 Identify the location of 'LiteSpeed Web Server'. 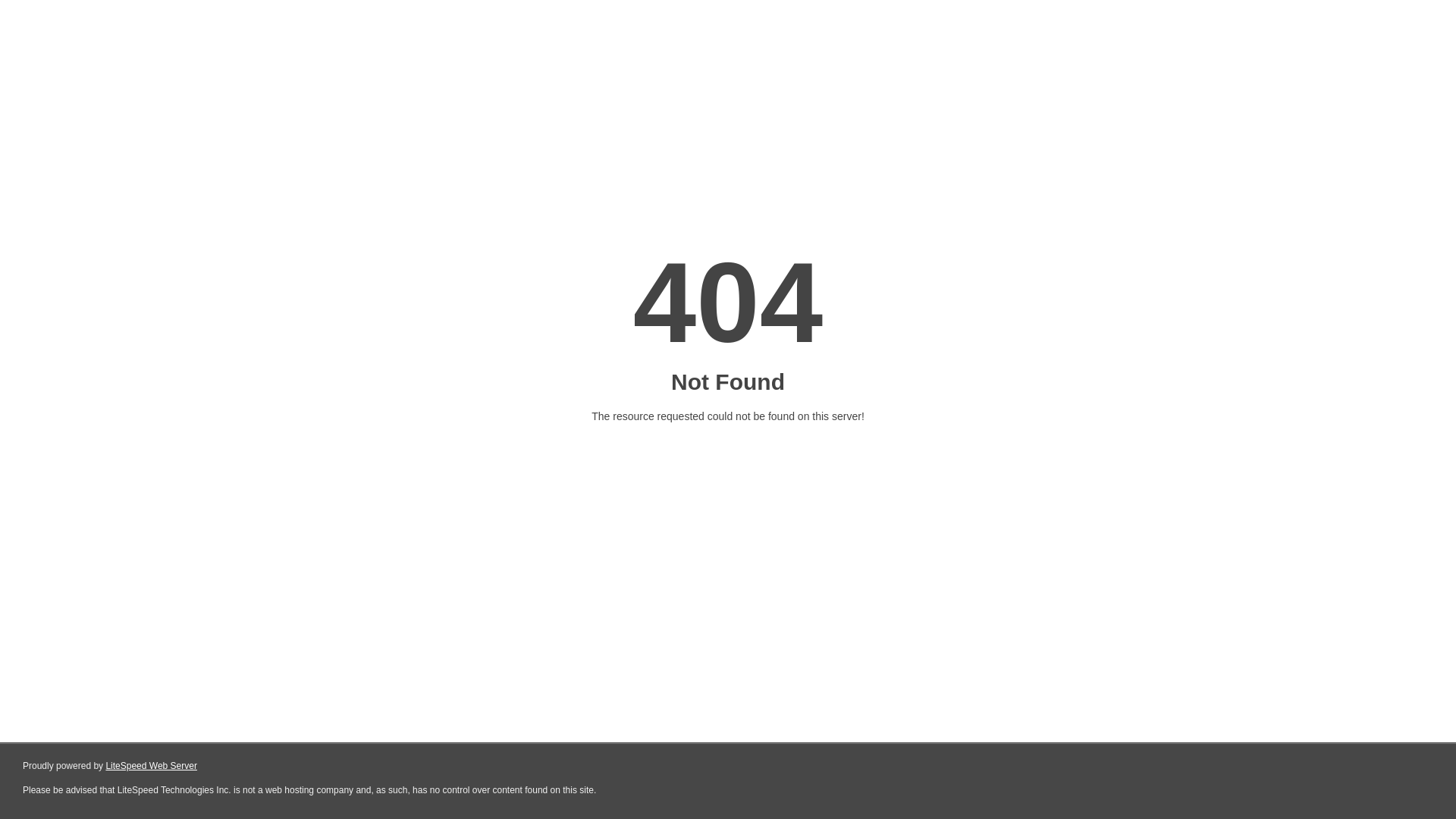
(151, 766).